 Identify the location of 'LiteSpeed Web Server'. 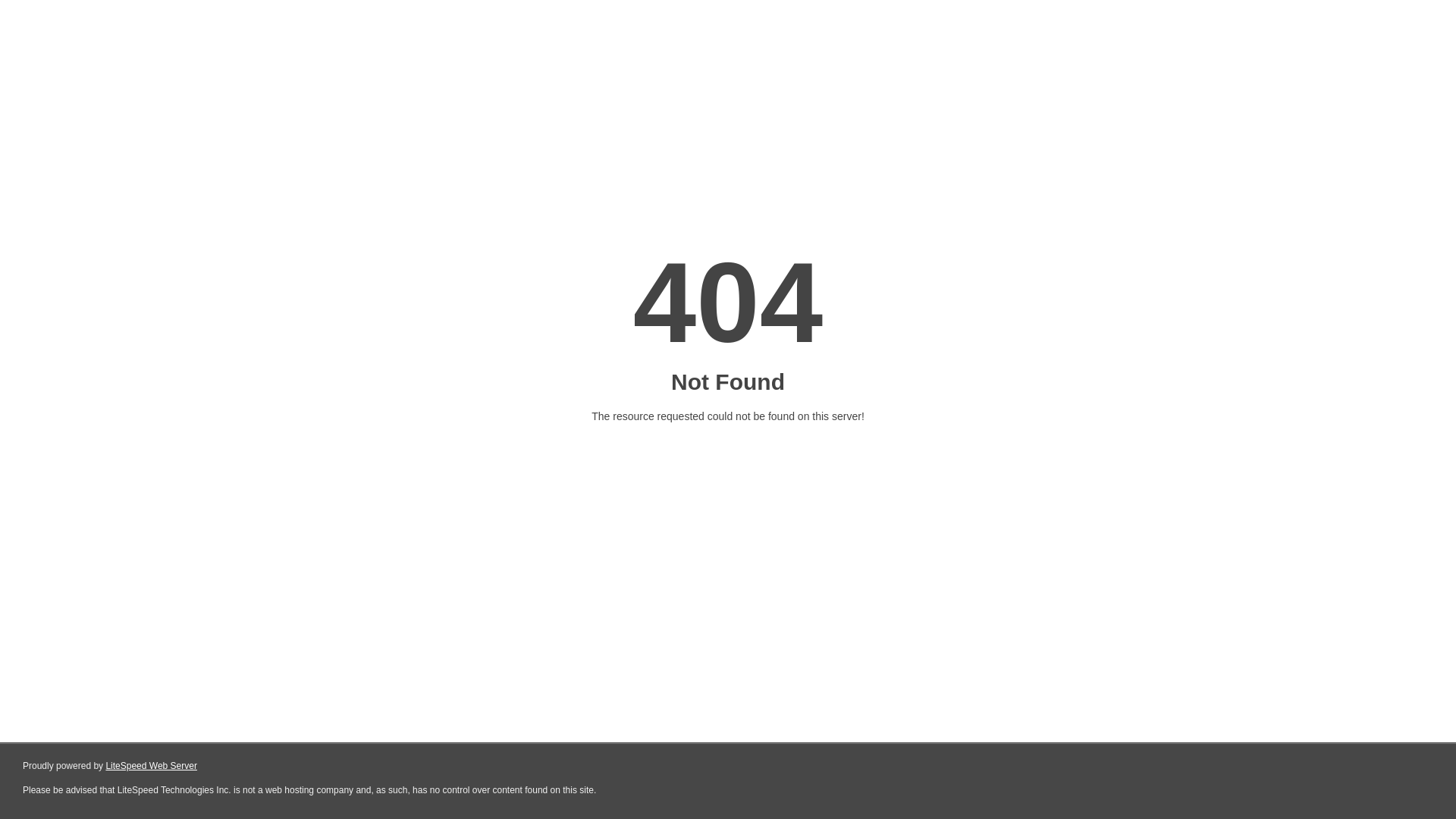
(151, 766).